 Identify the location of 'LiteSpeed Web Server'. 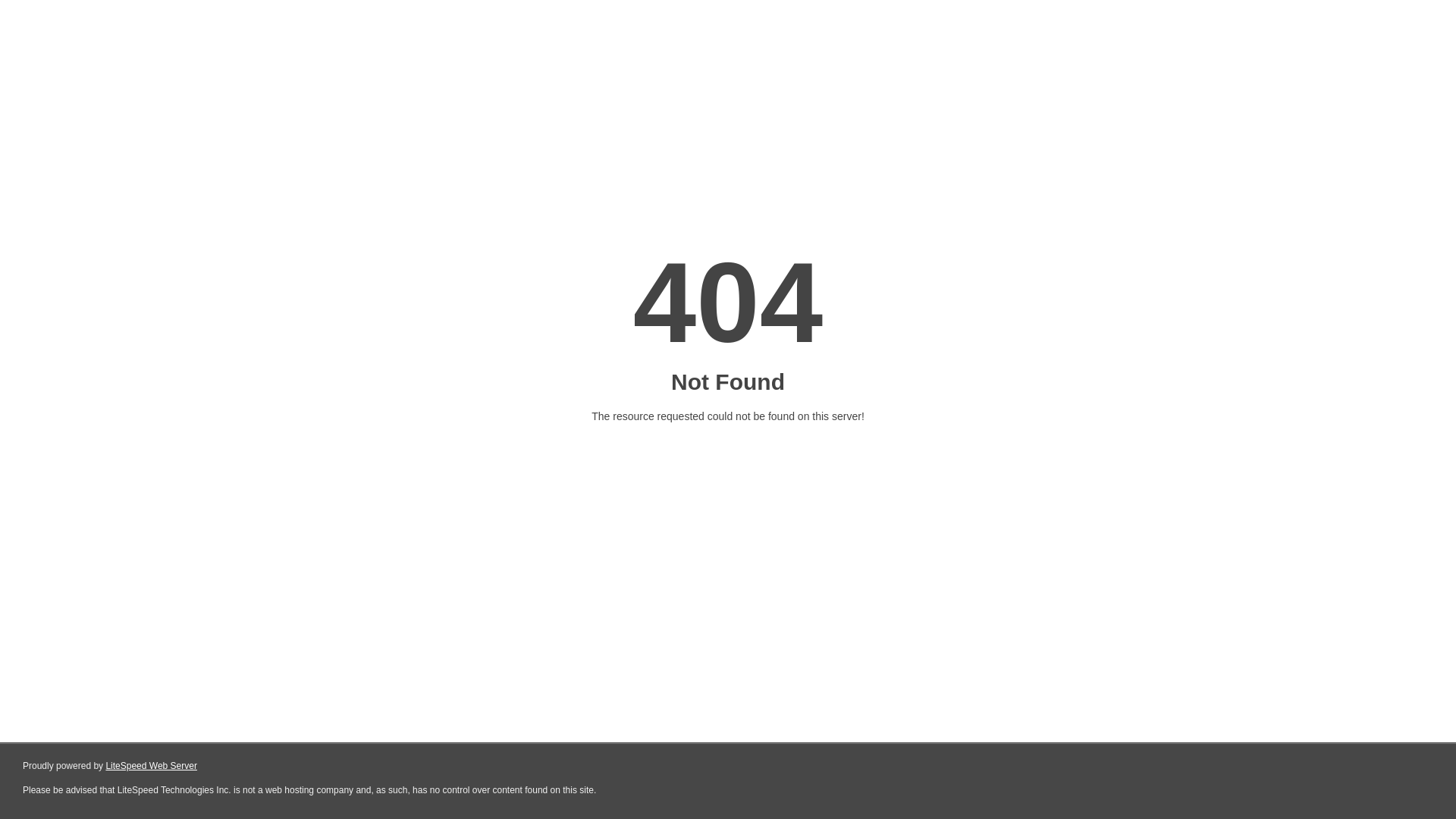
(151, 766).